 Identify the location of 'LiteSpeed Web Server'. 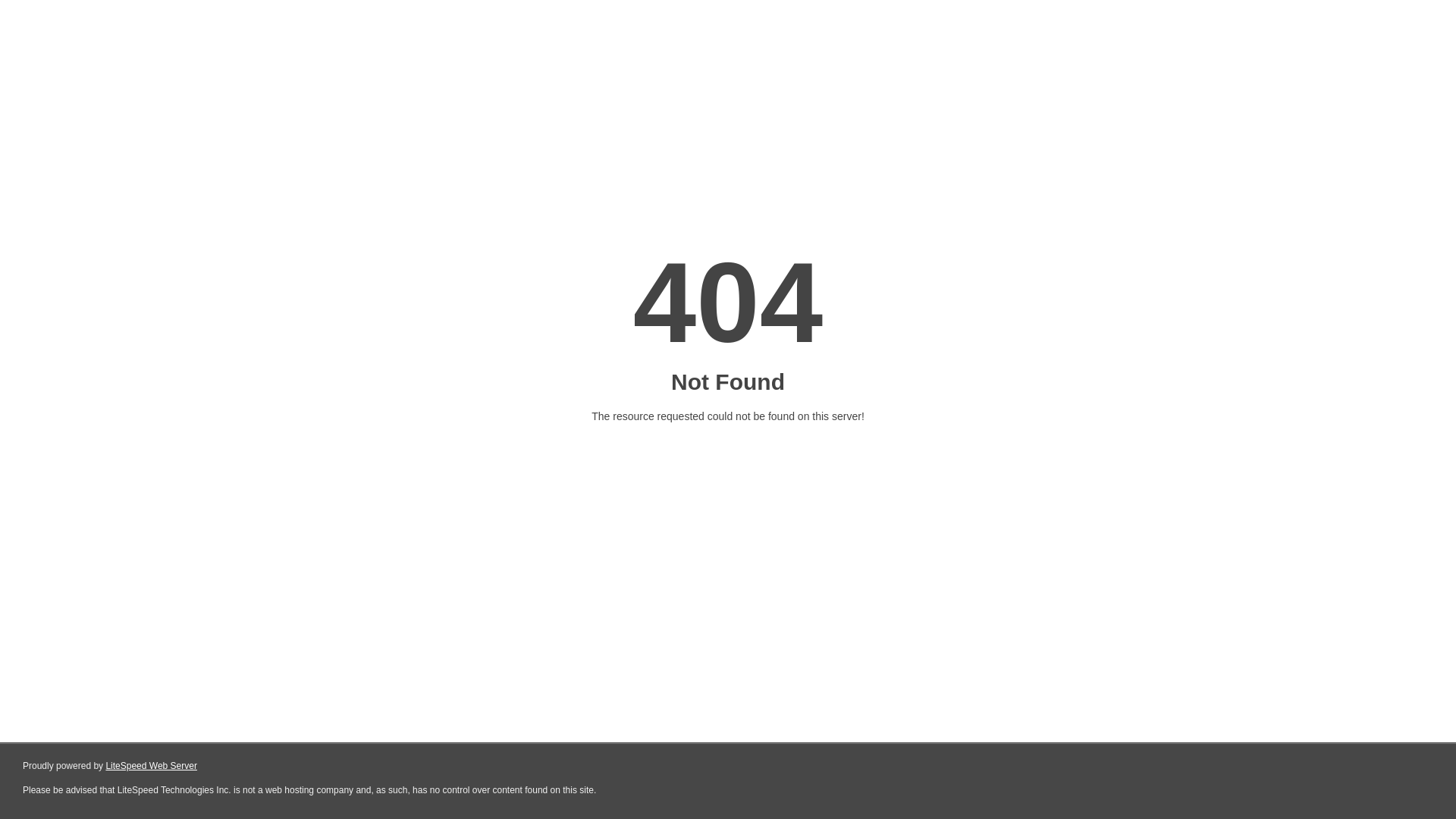
(151, 766).